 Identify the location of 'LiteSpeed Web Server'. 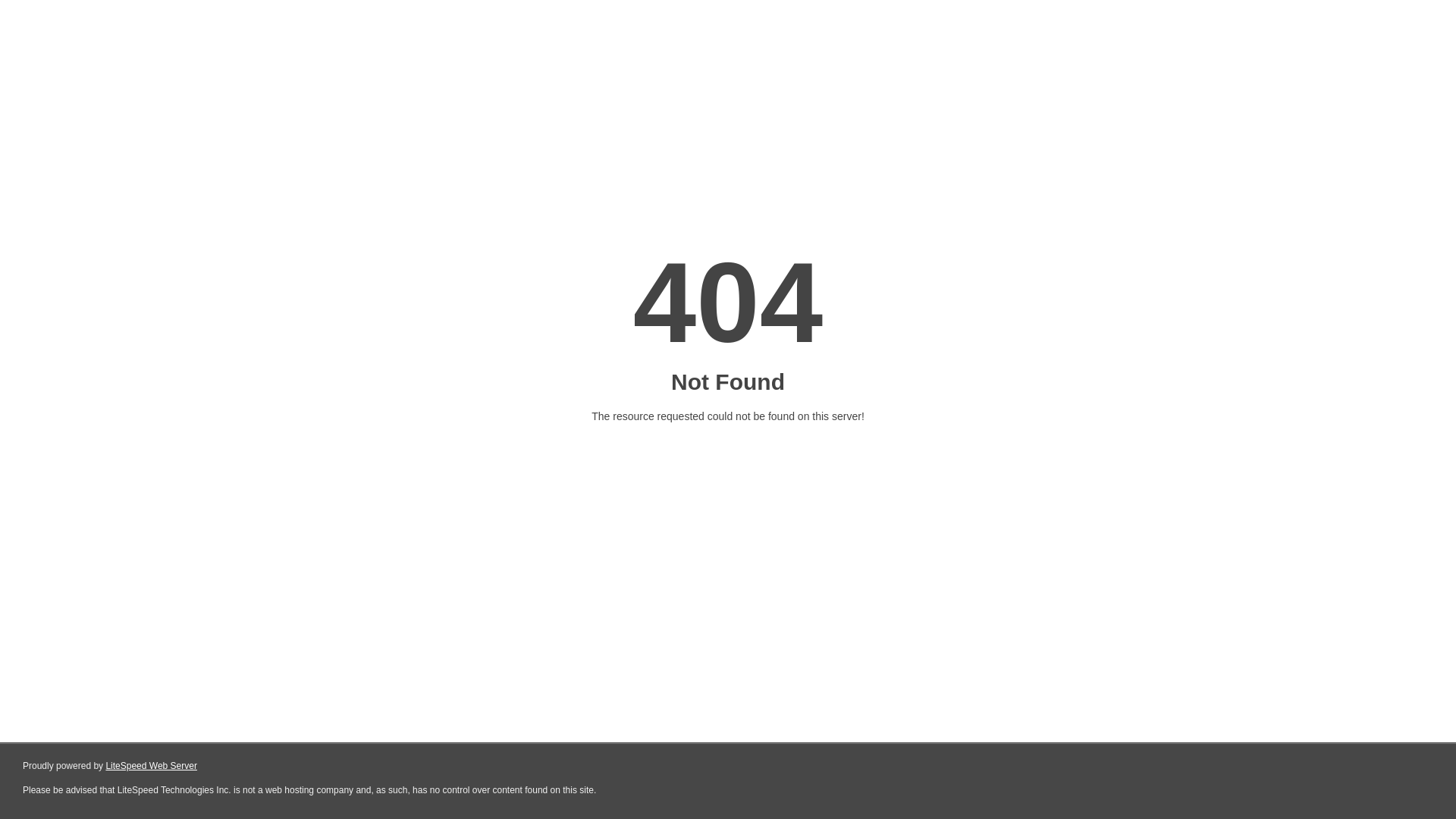
(151, 766).